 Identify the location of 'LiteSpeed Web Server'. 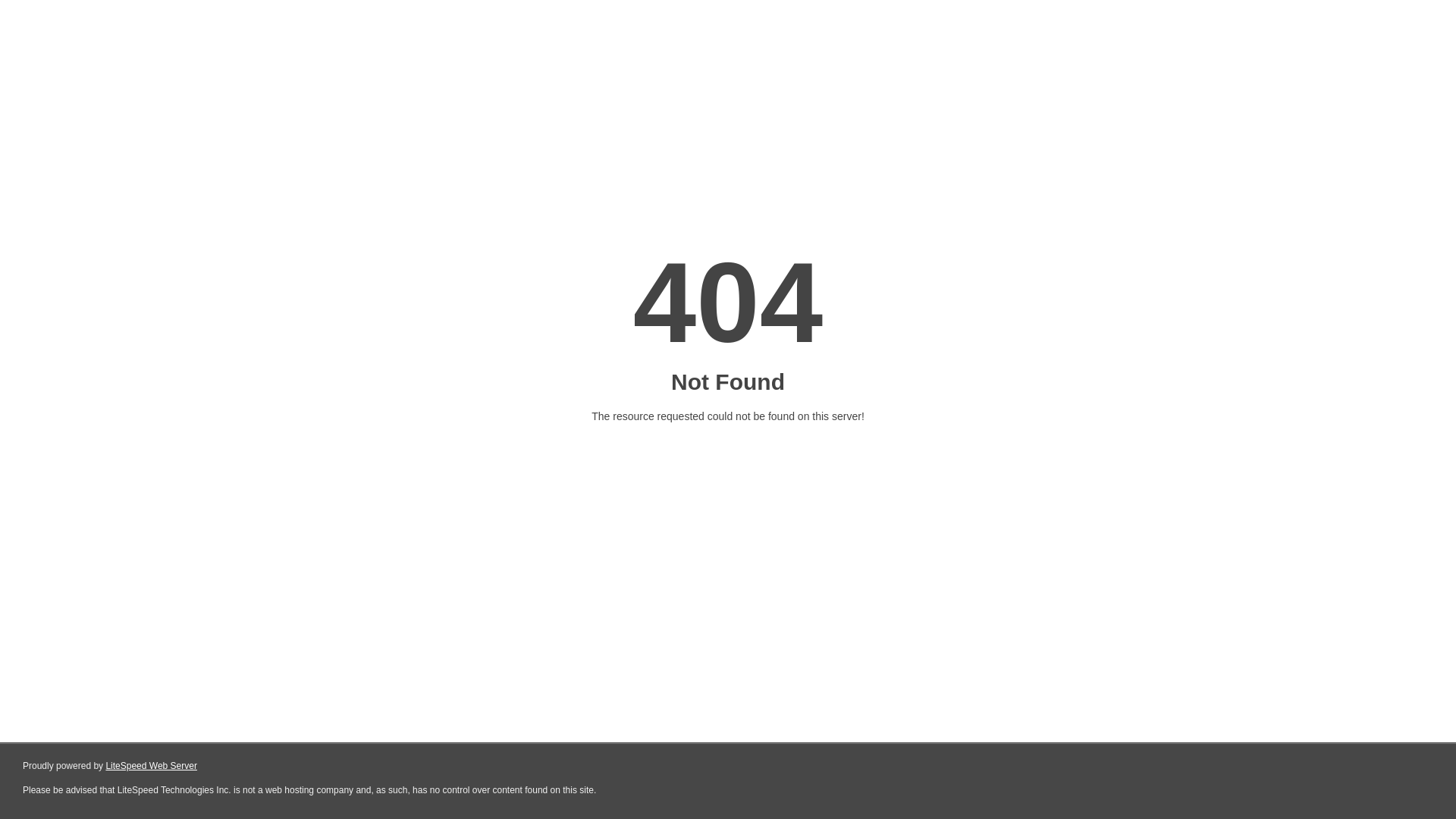
(151, 766).